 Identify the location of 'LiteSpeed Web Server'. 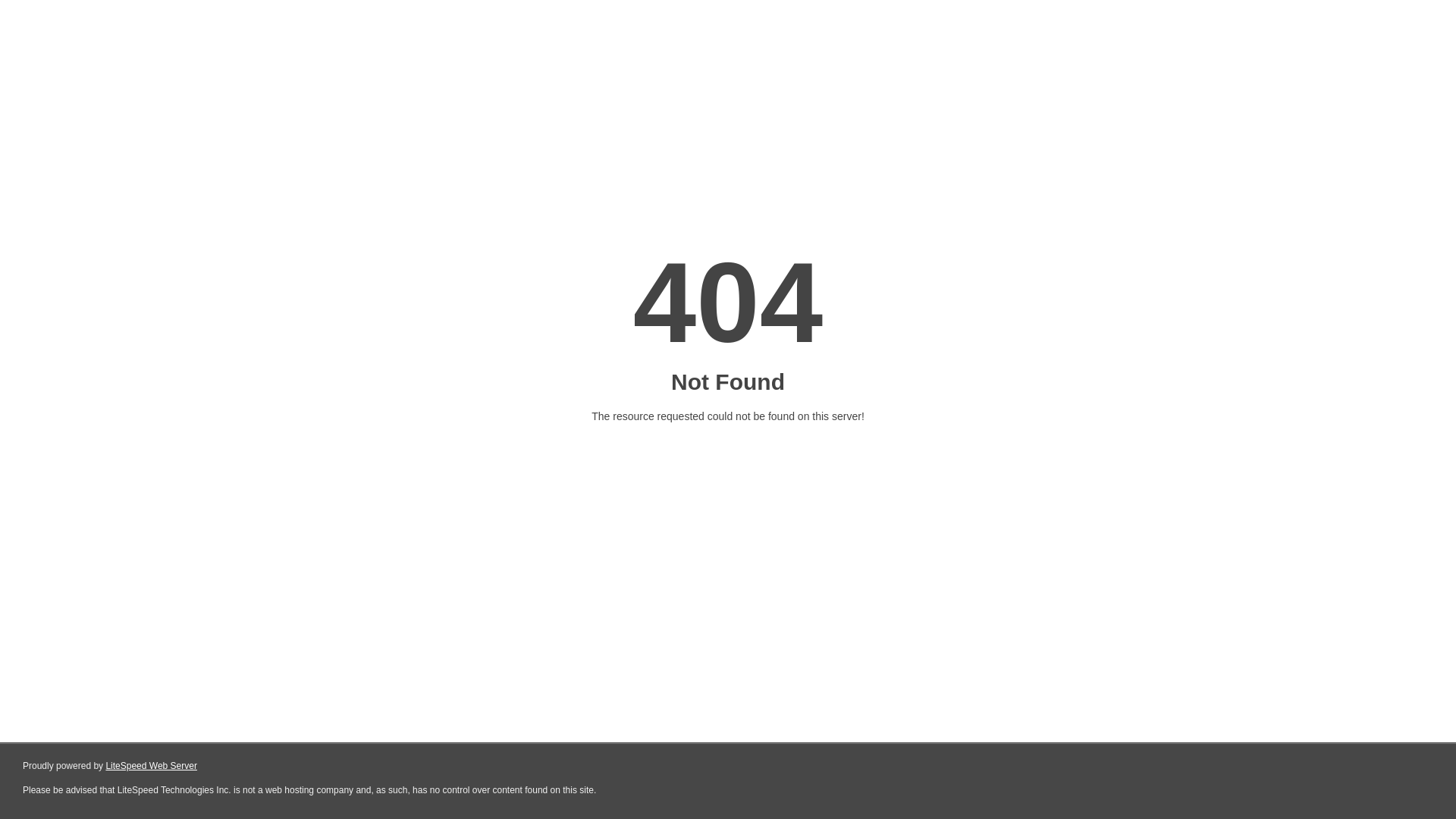
(151, 766).